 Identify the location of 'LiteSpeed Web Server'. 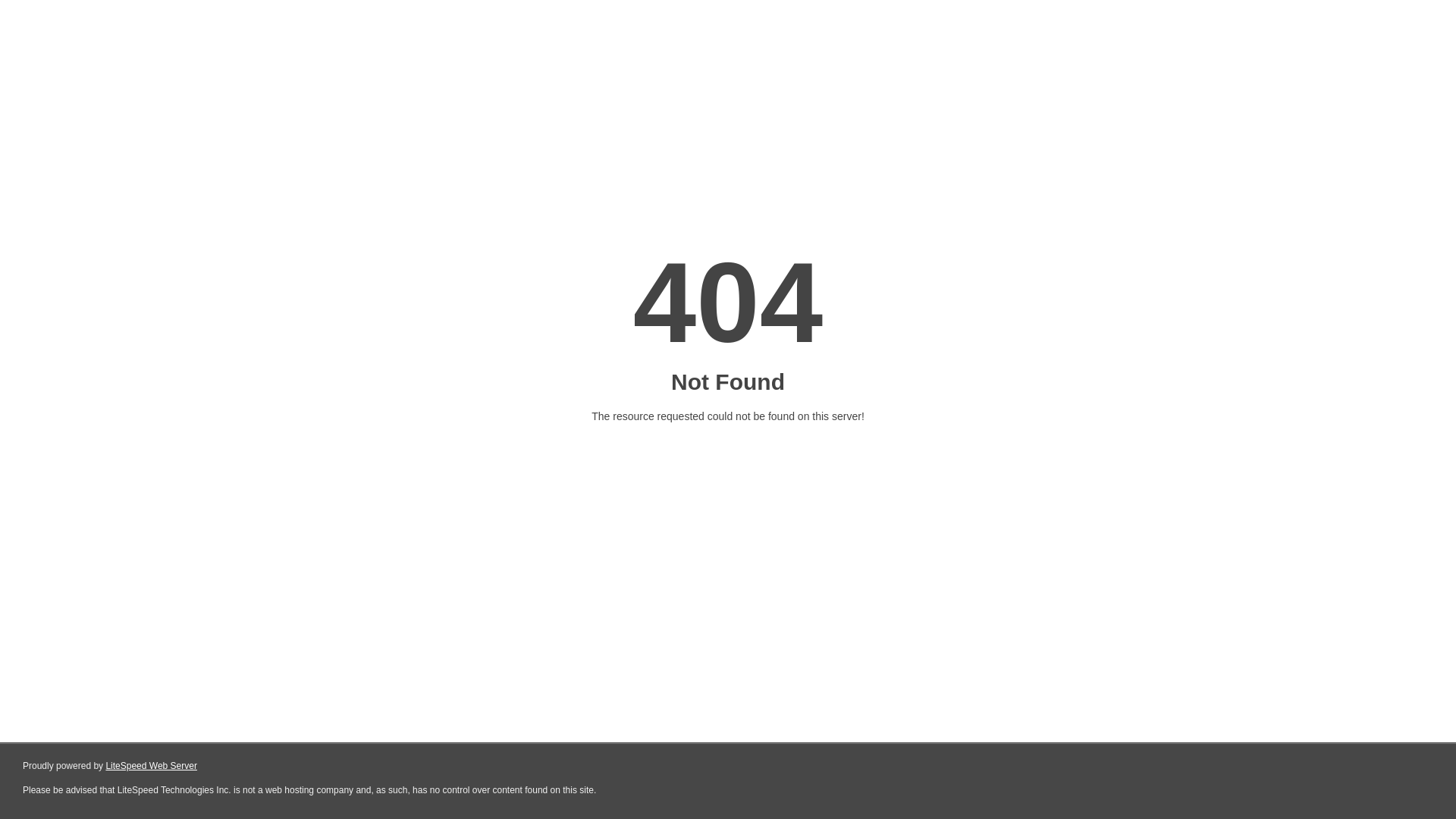
(151, 766).